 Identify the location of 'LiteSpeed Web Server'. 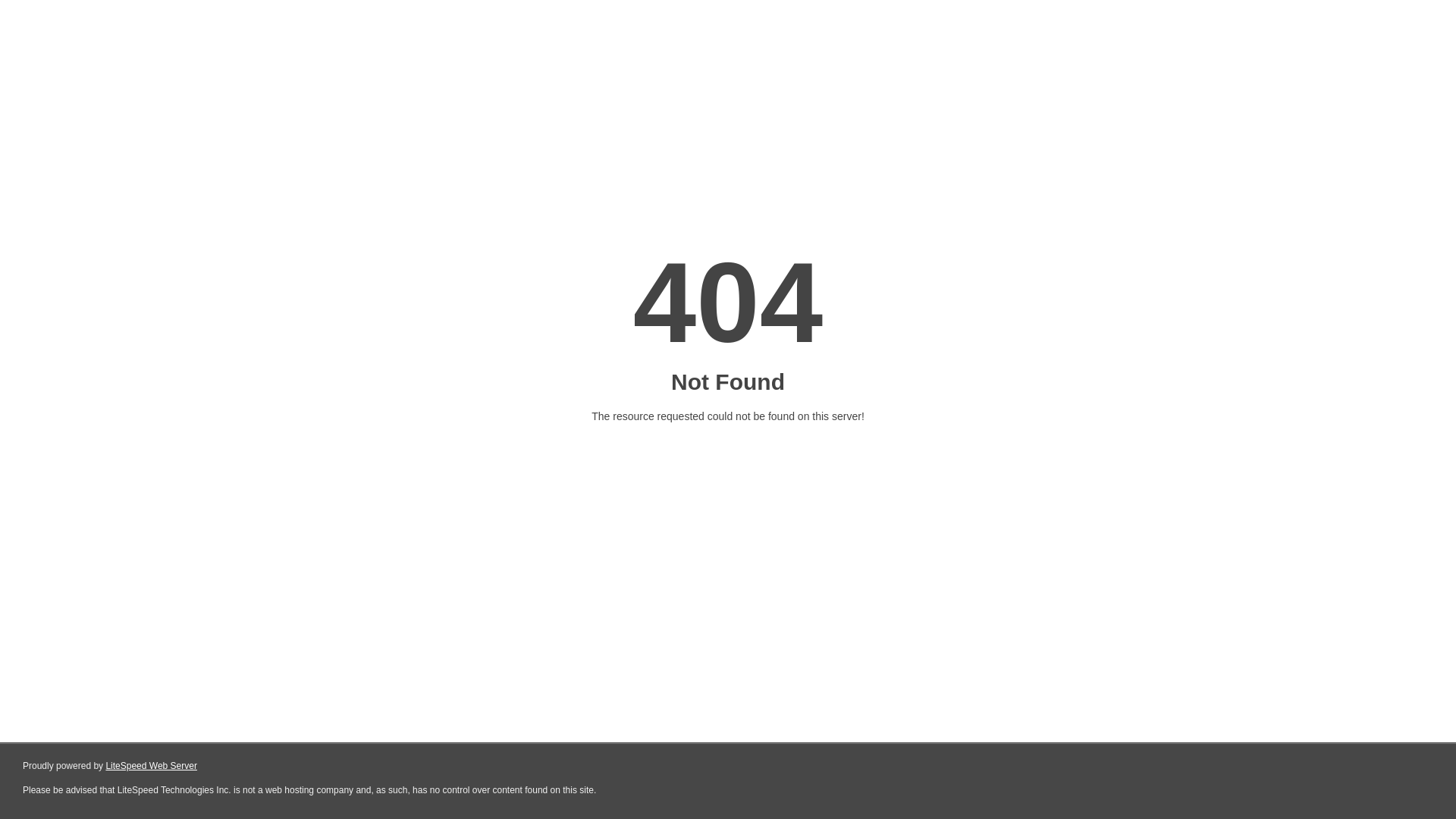
(151, 766).